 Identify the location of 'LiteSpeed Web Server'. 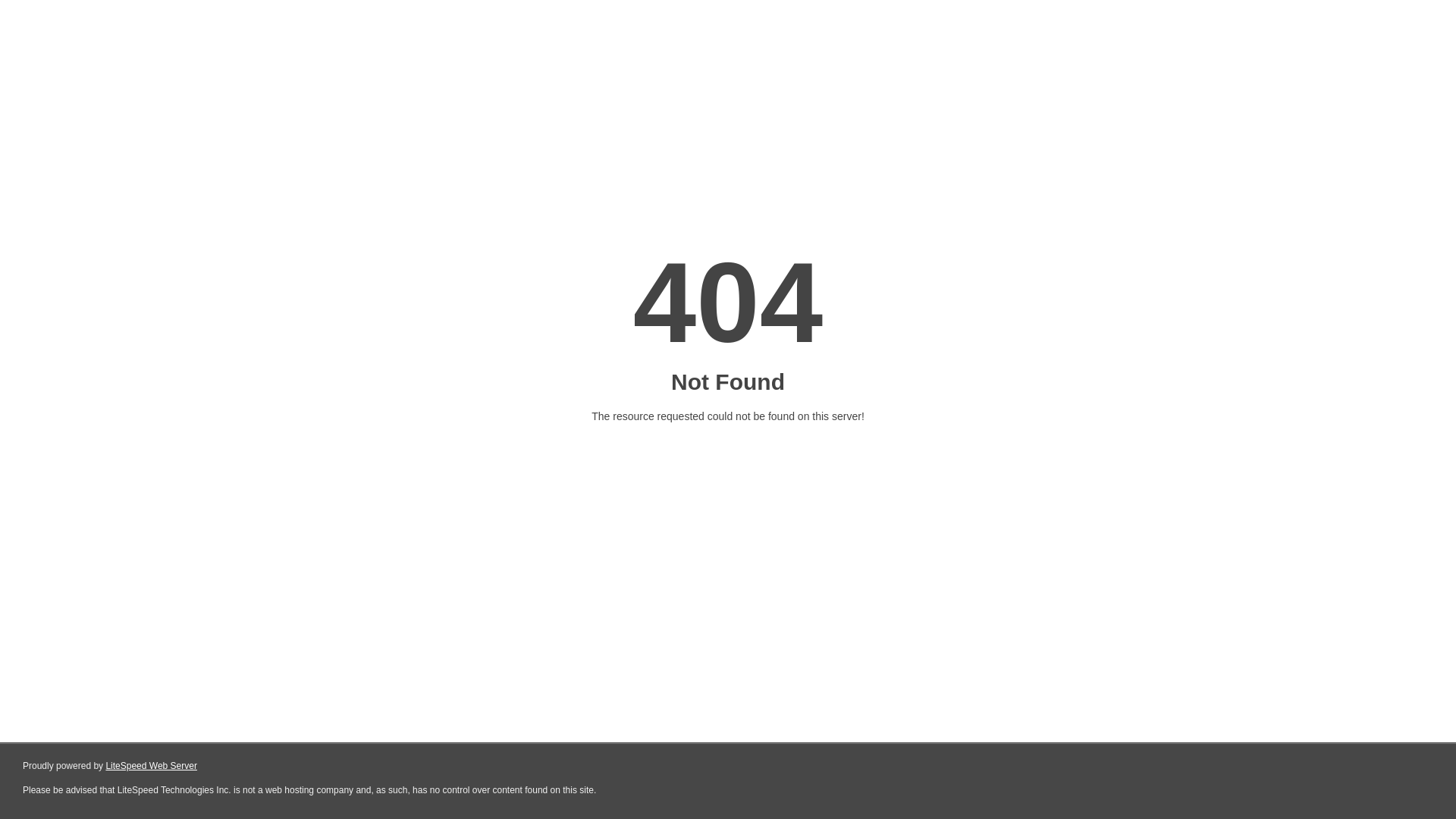
(151, 766).